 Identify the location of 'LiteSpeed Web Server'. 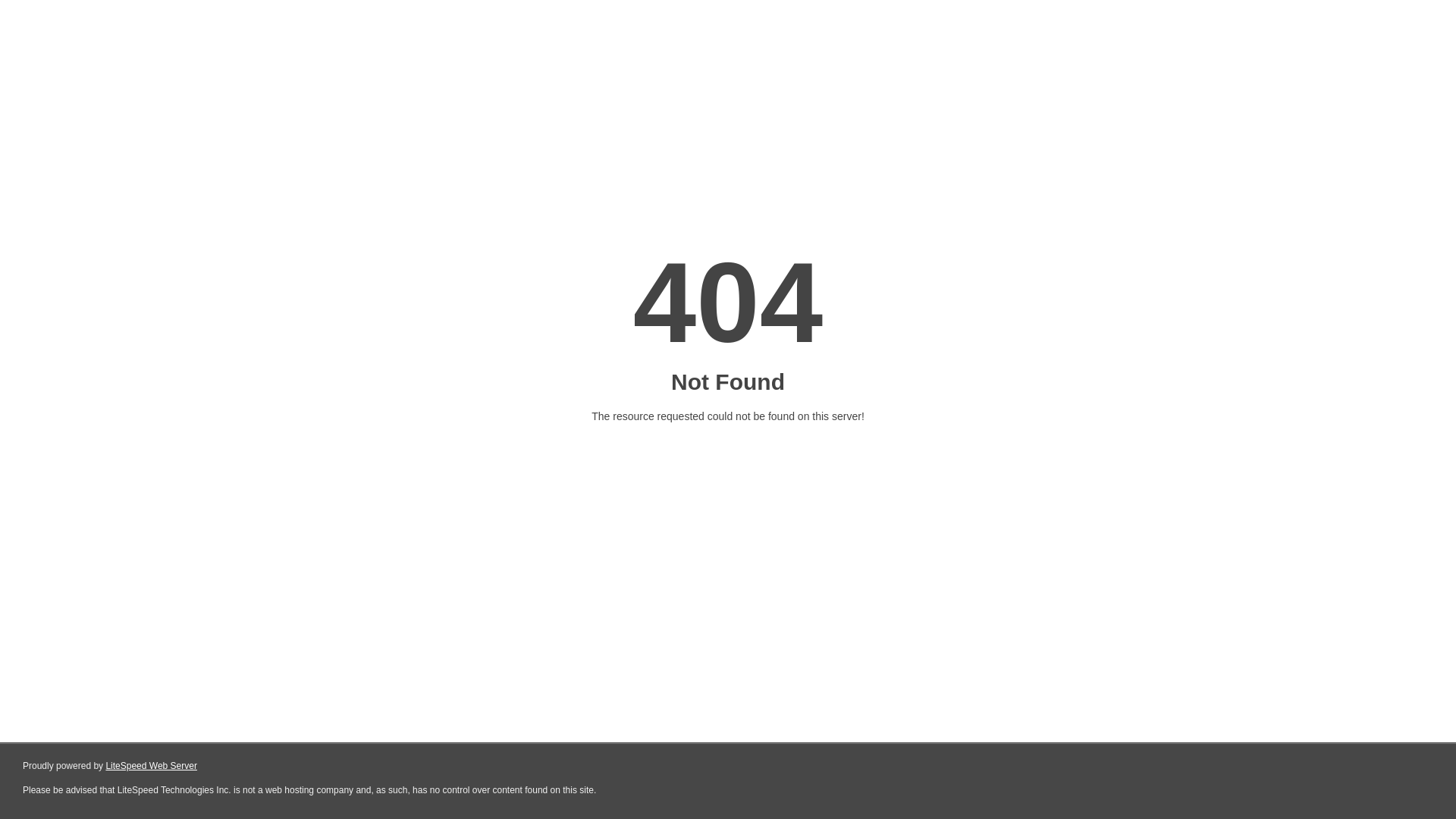
(151, 766).